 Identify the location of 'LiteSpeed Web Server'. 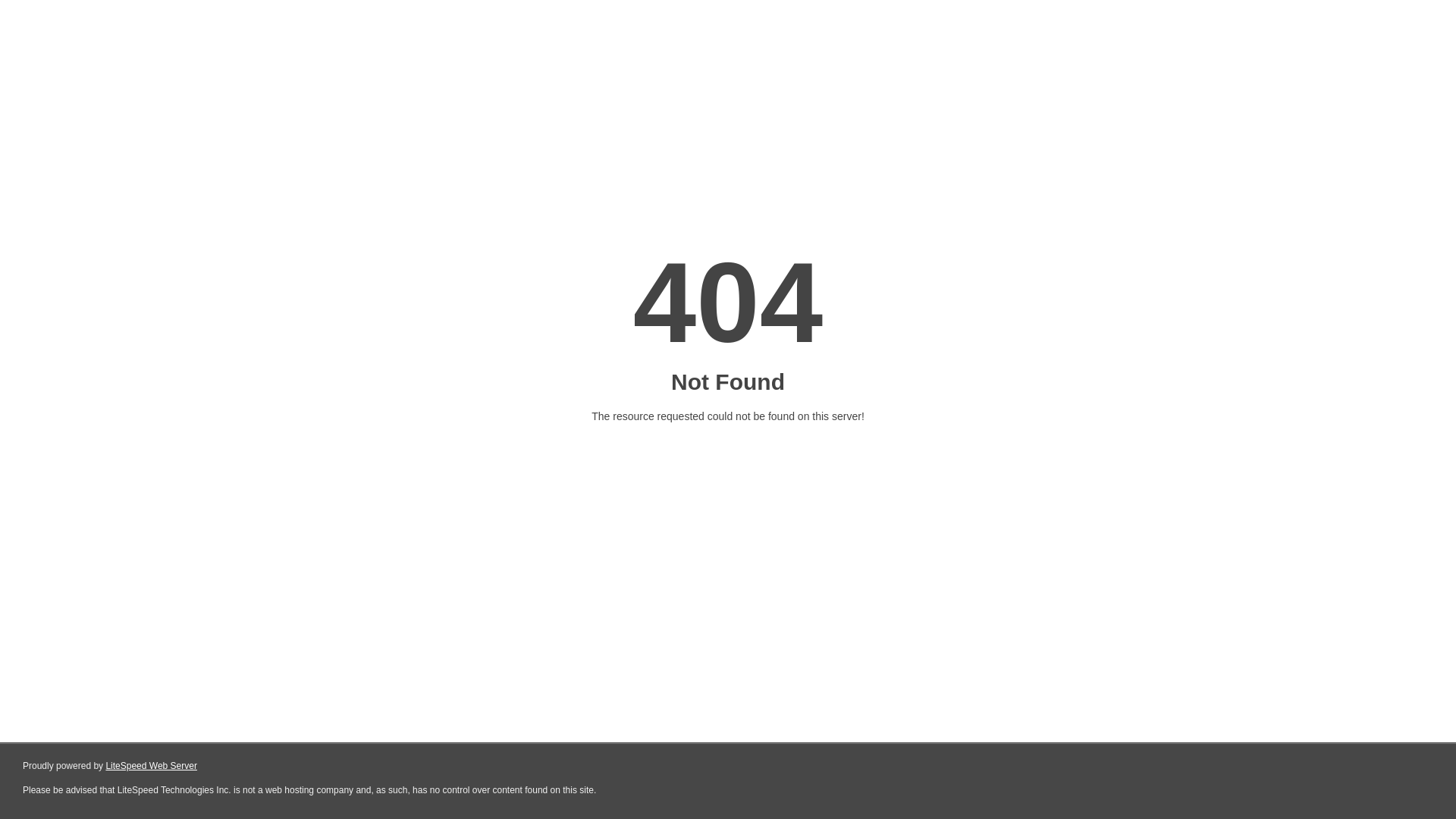
(151, 766).